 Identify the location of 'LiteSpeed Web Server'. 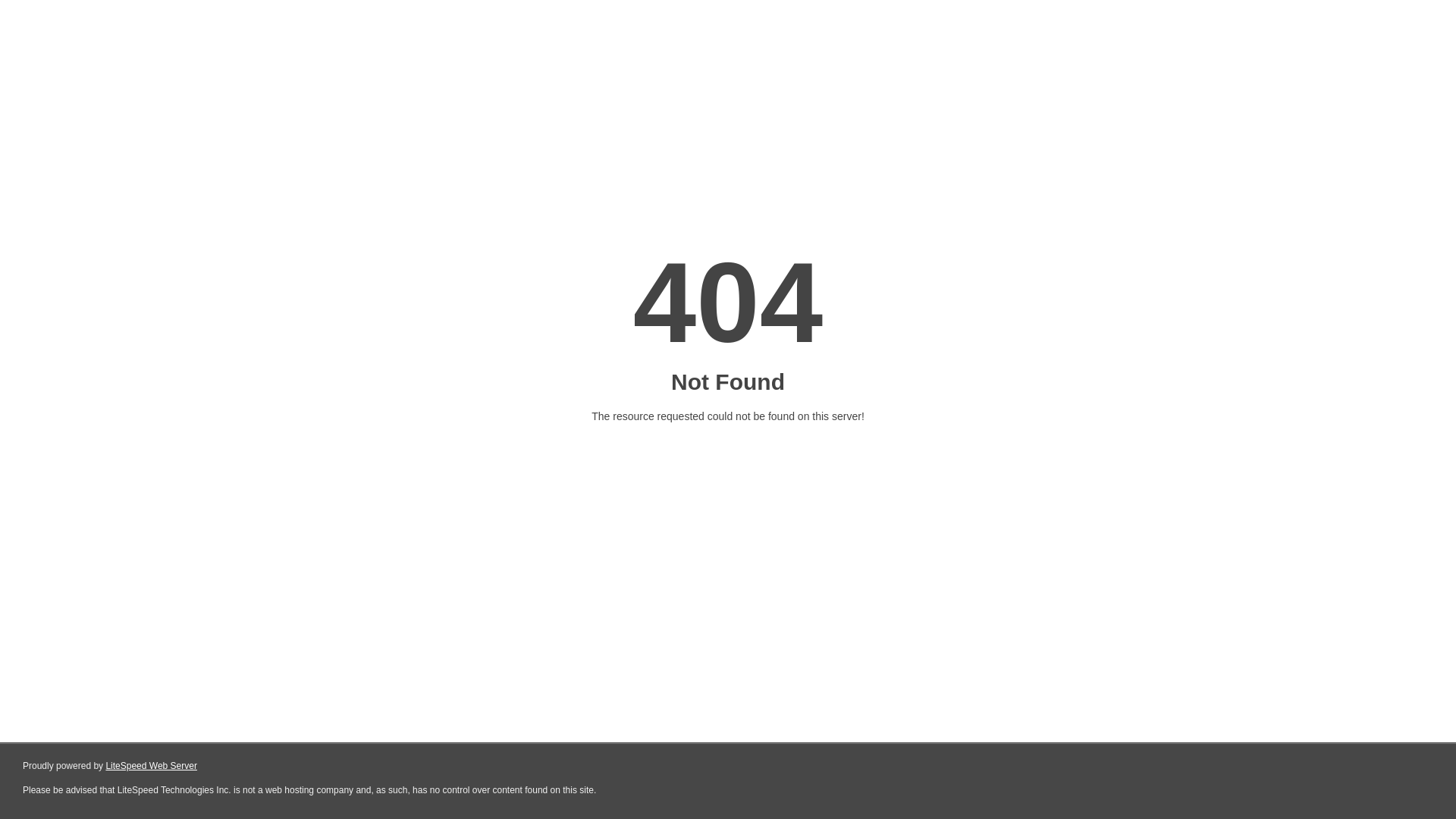
(151, 766).